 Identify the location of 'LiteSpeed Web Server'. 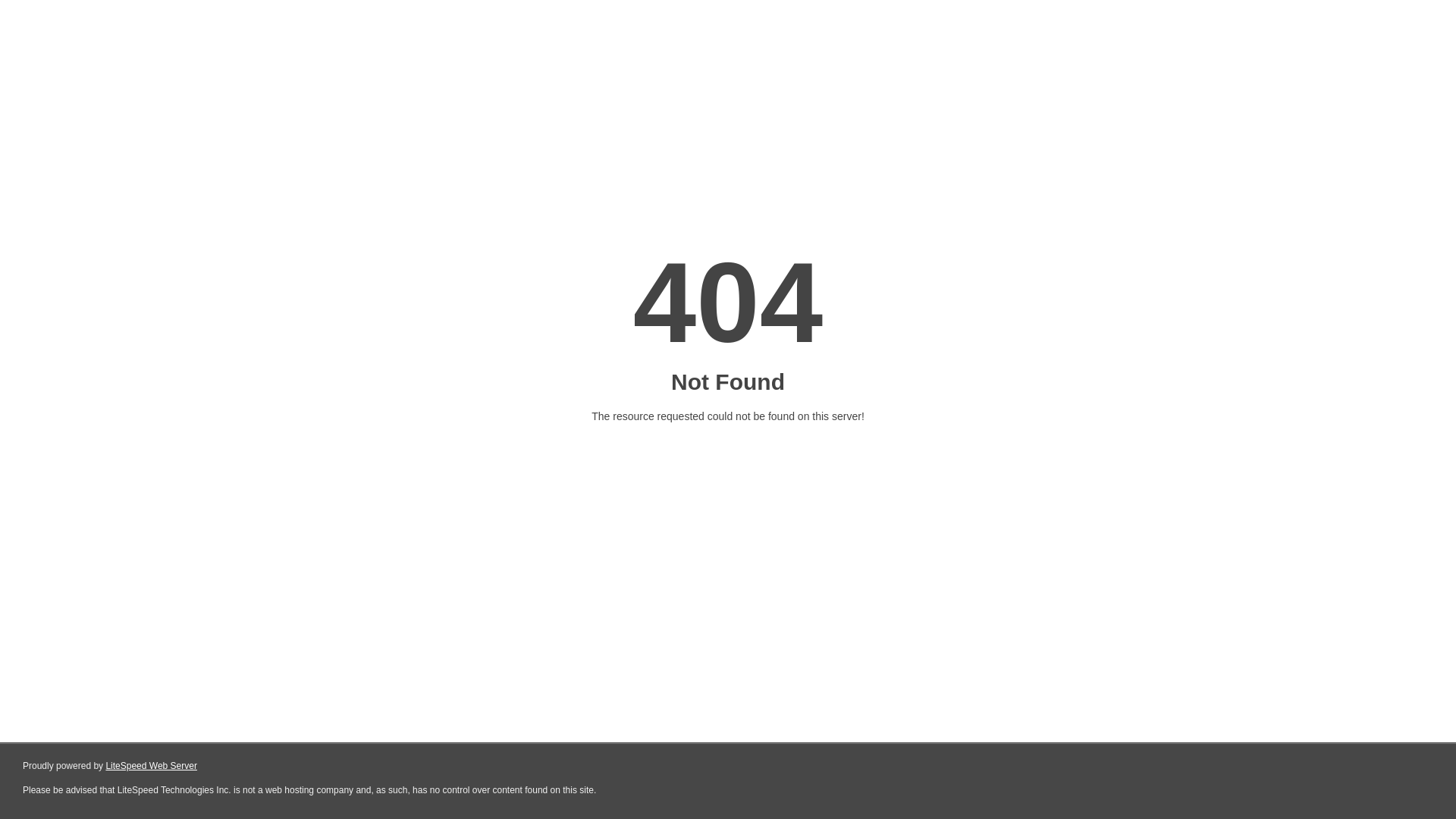
(151, 766).